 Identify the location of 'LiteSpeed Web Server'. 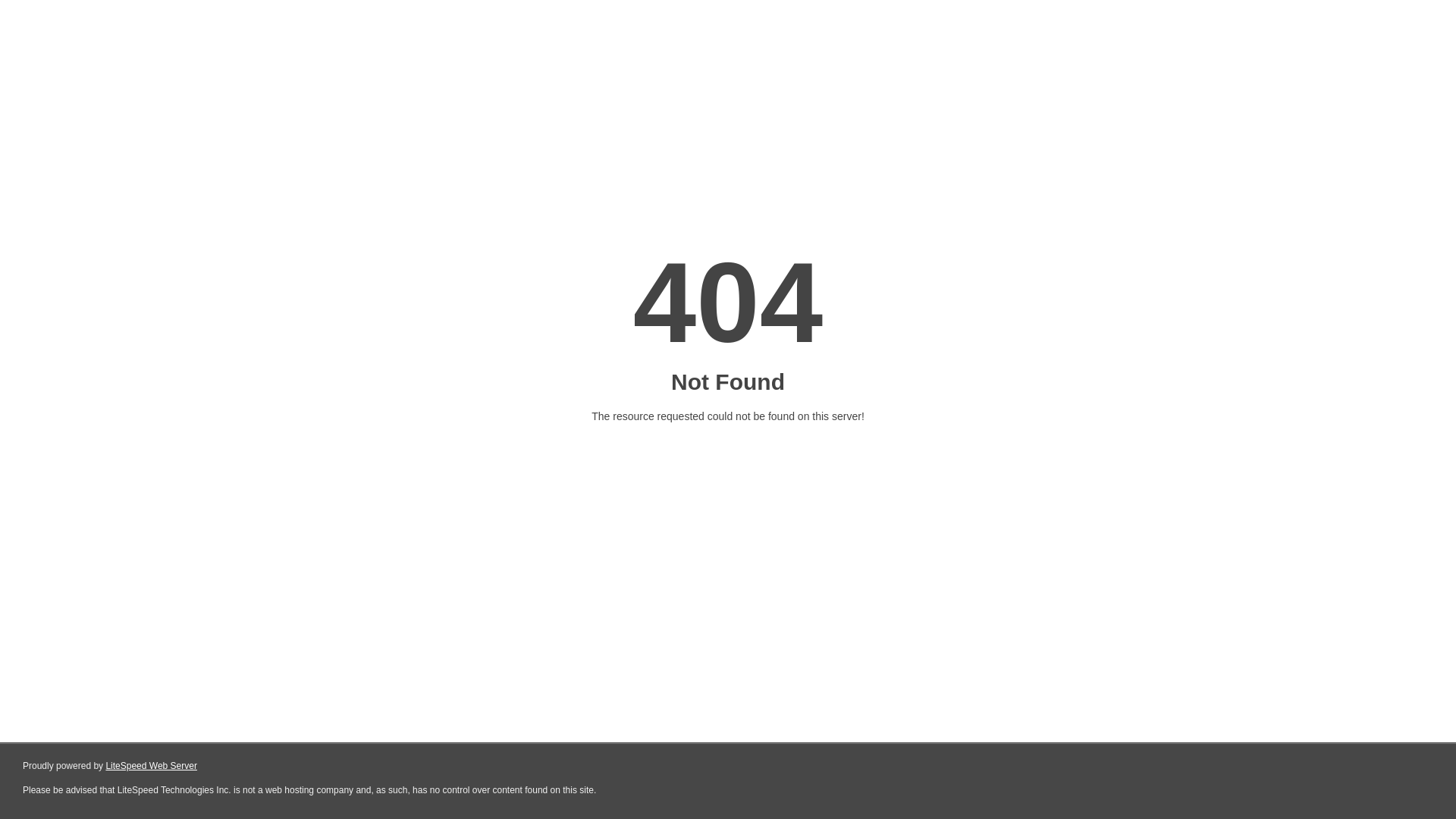
(151, 766).